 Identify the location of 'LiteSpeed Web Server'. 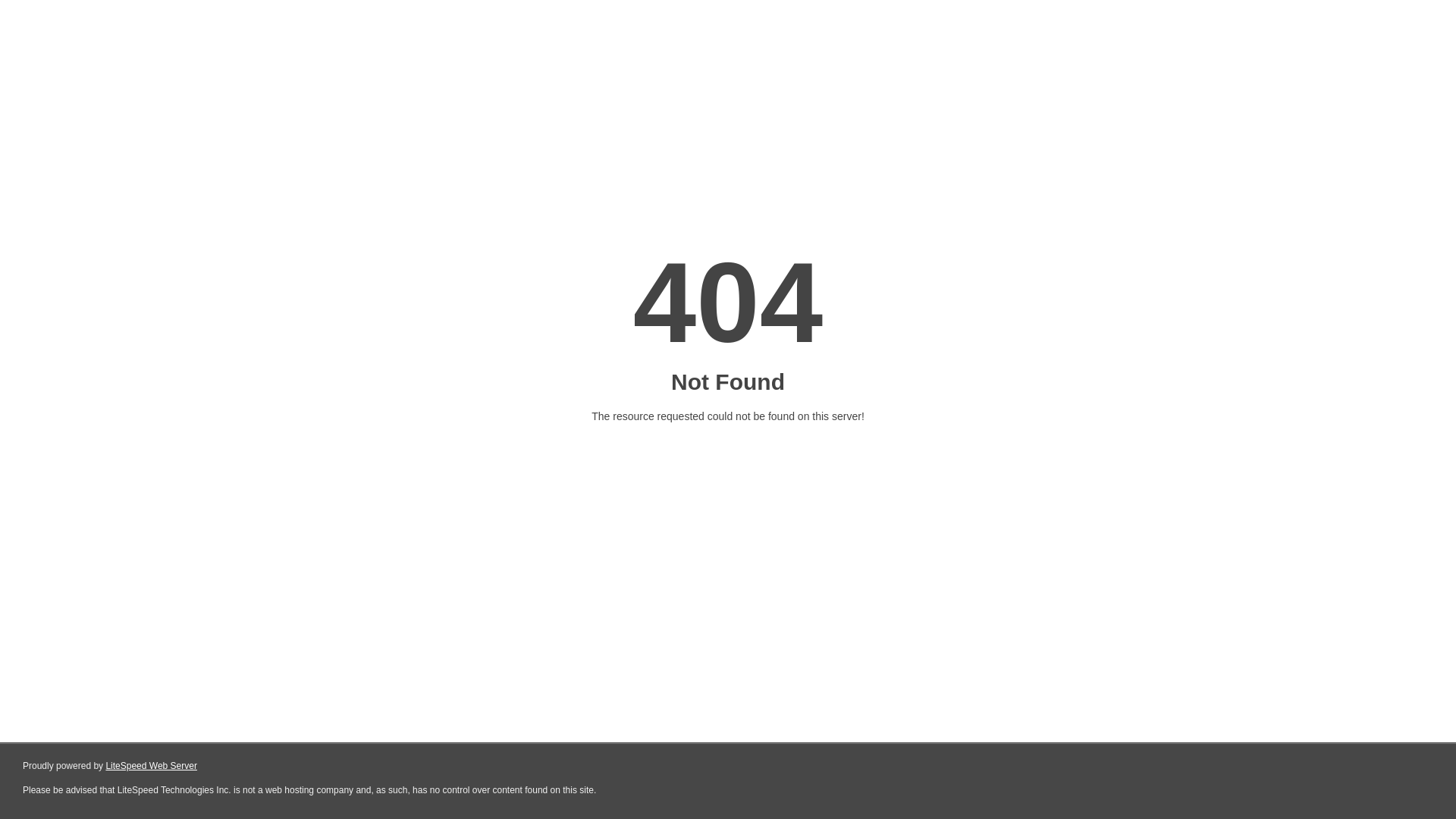
(151, 766).